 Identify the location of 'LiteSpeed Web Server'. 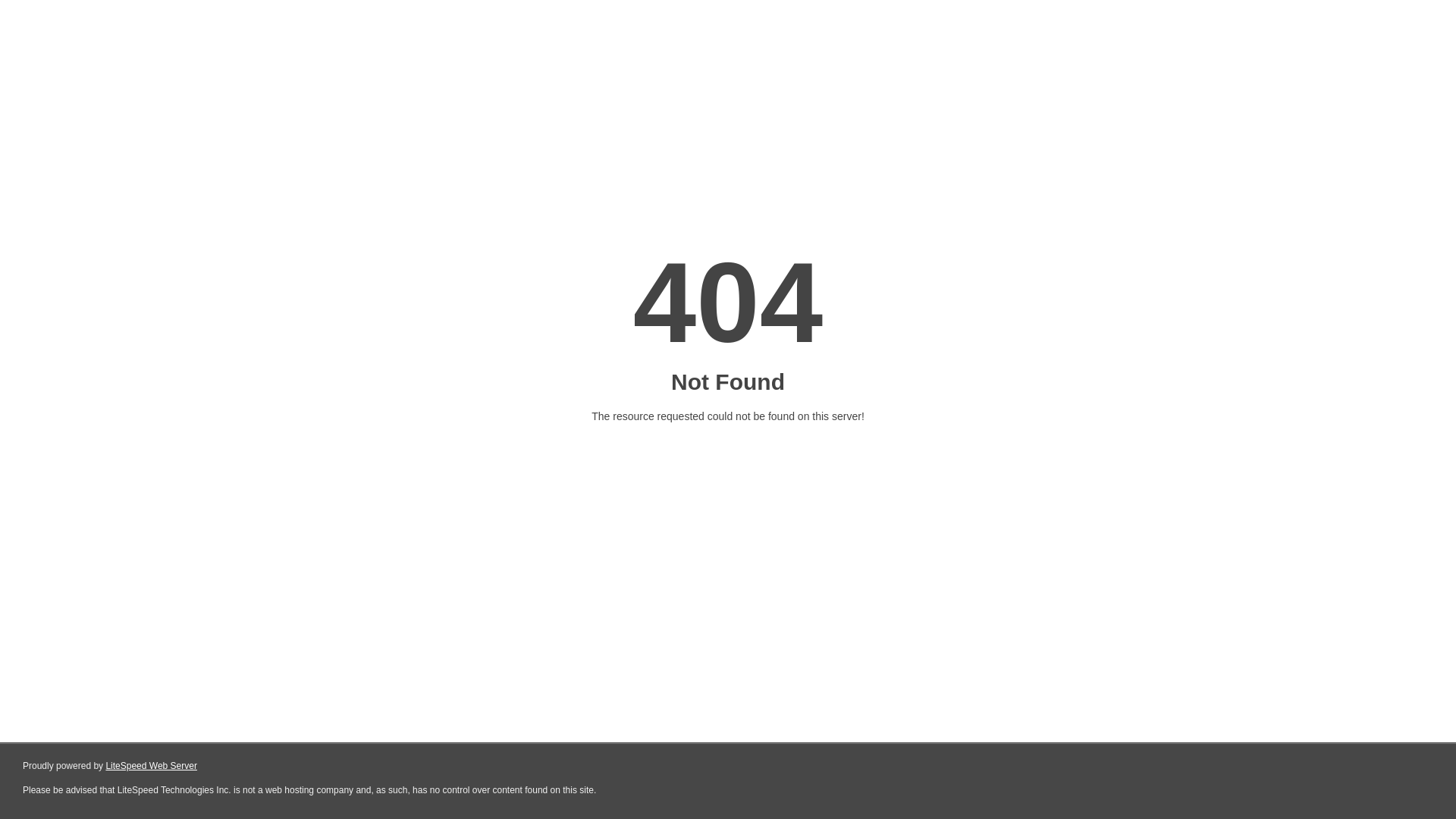
(151, 766).